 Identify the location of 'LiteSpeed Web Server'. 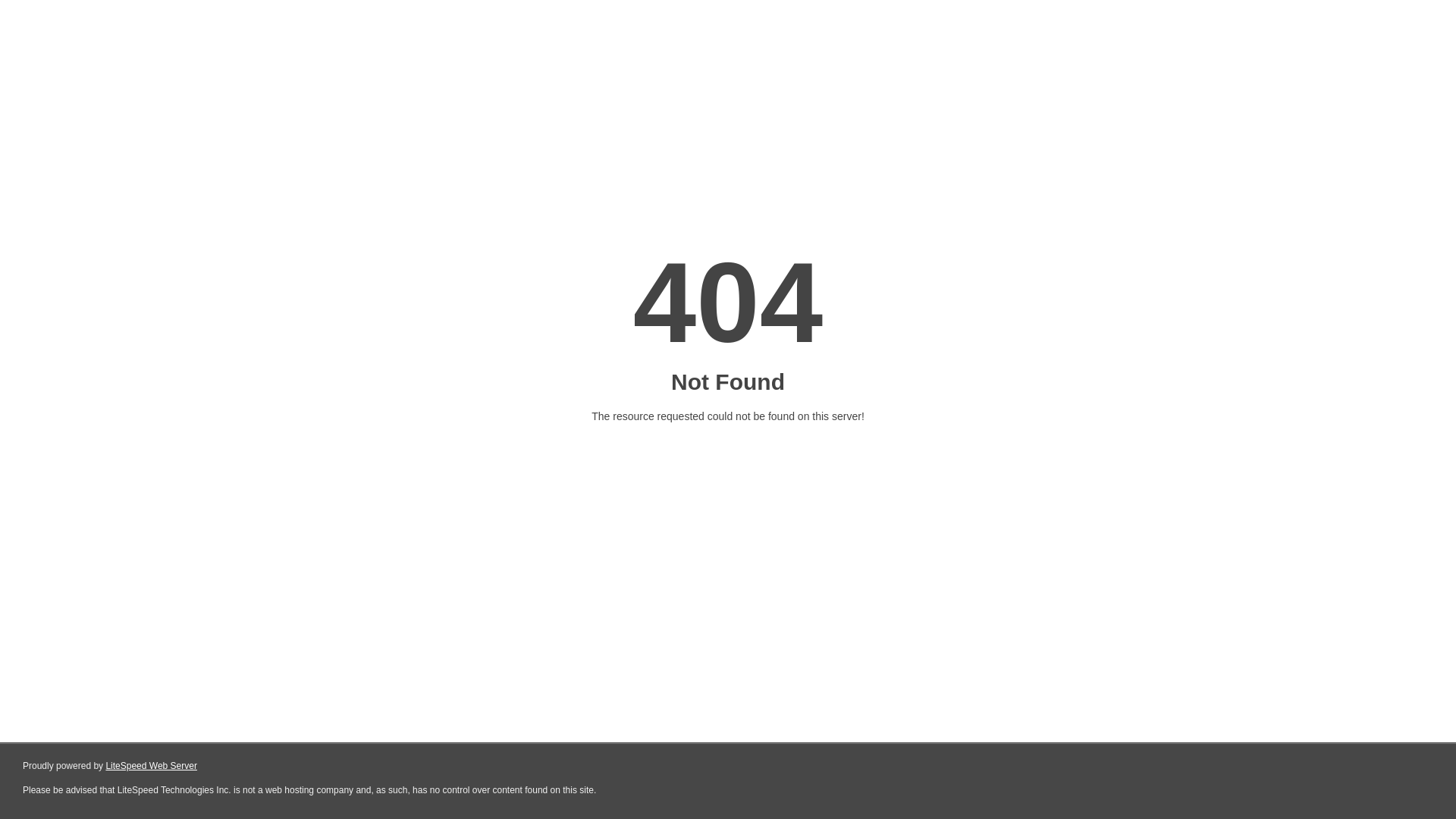
(151, 766).